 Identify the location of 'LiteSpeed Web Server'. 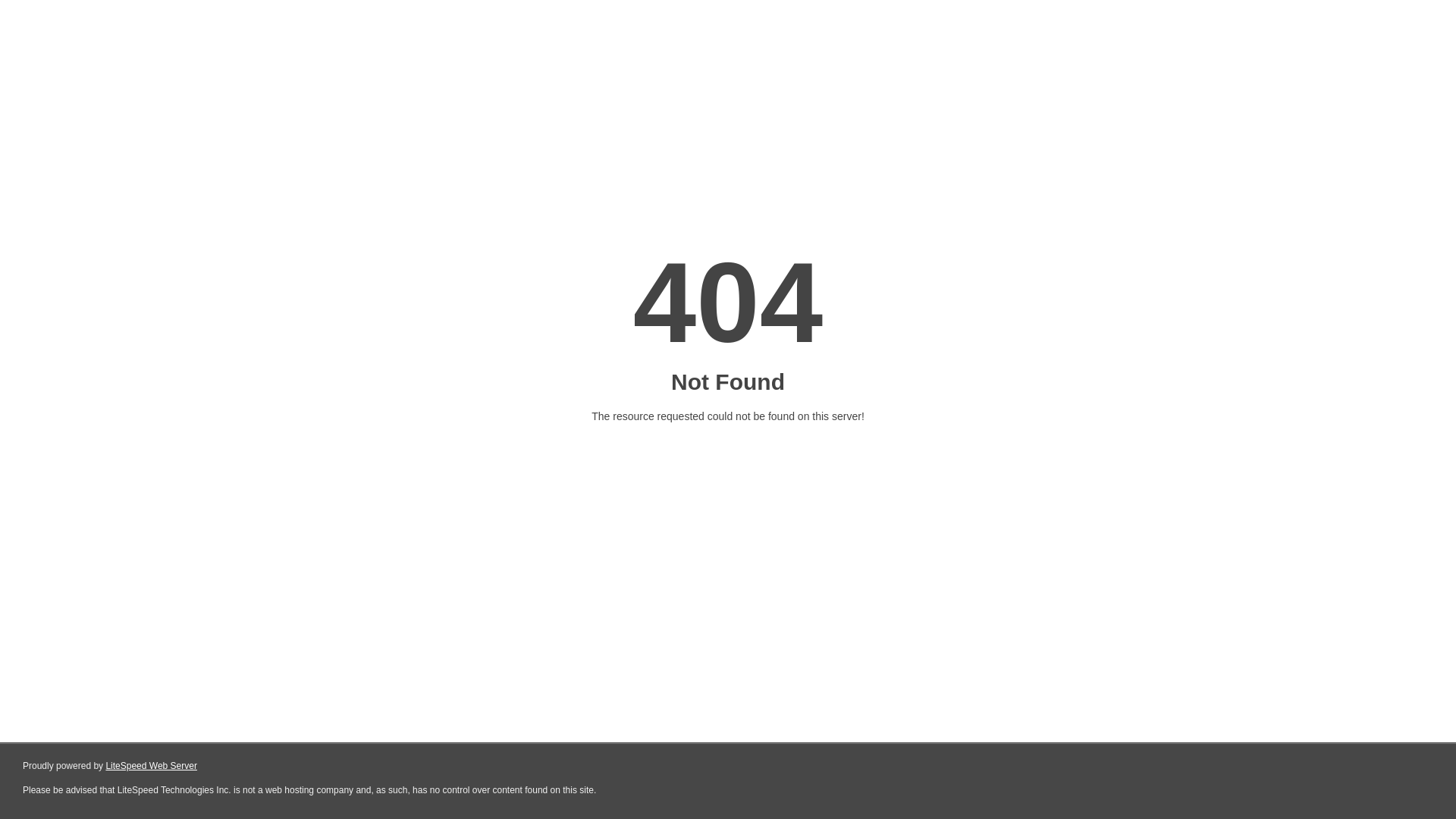
(151, 766).